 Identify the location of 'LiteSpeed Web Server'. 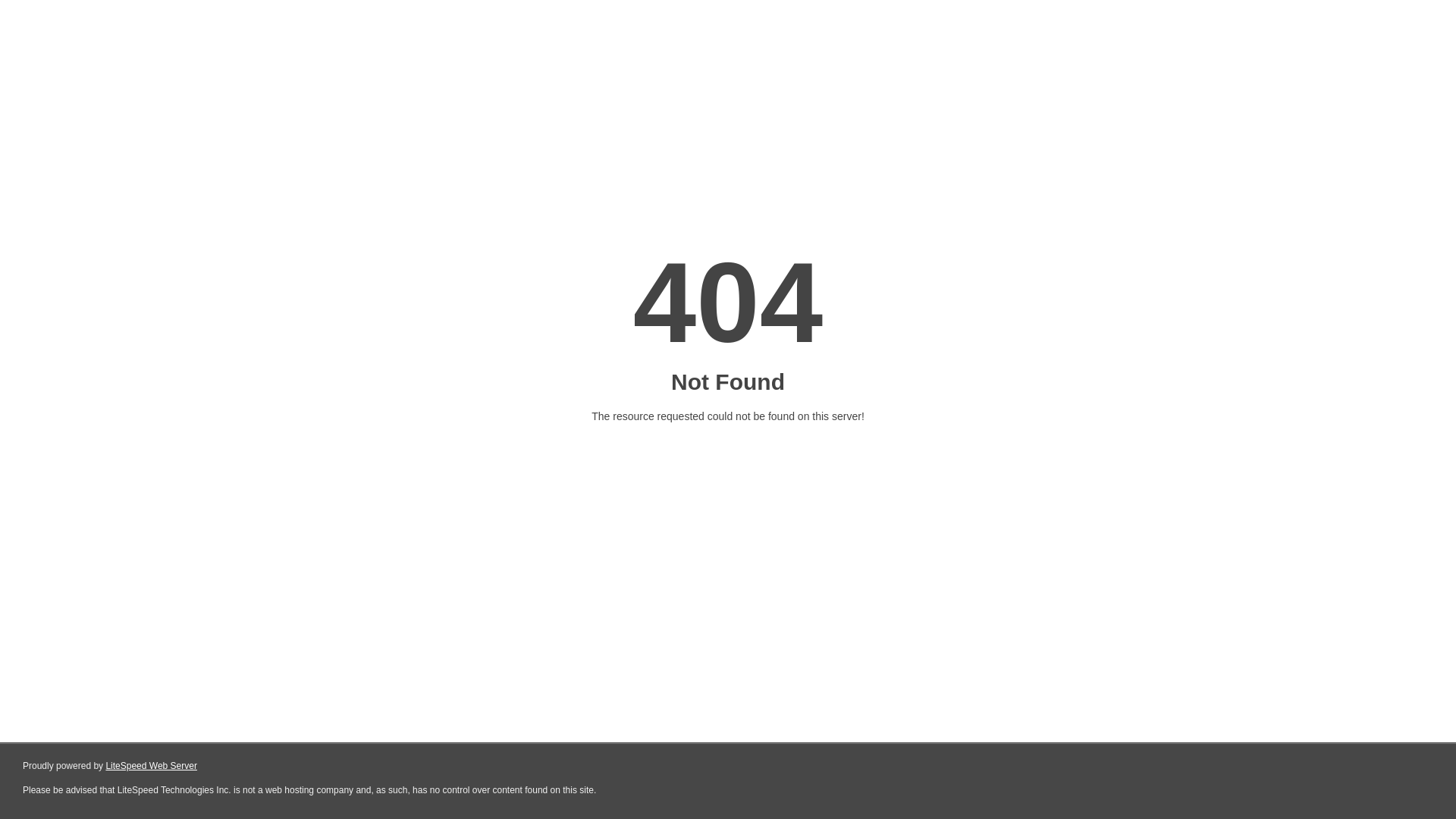
(151, 766).